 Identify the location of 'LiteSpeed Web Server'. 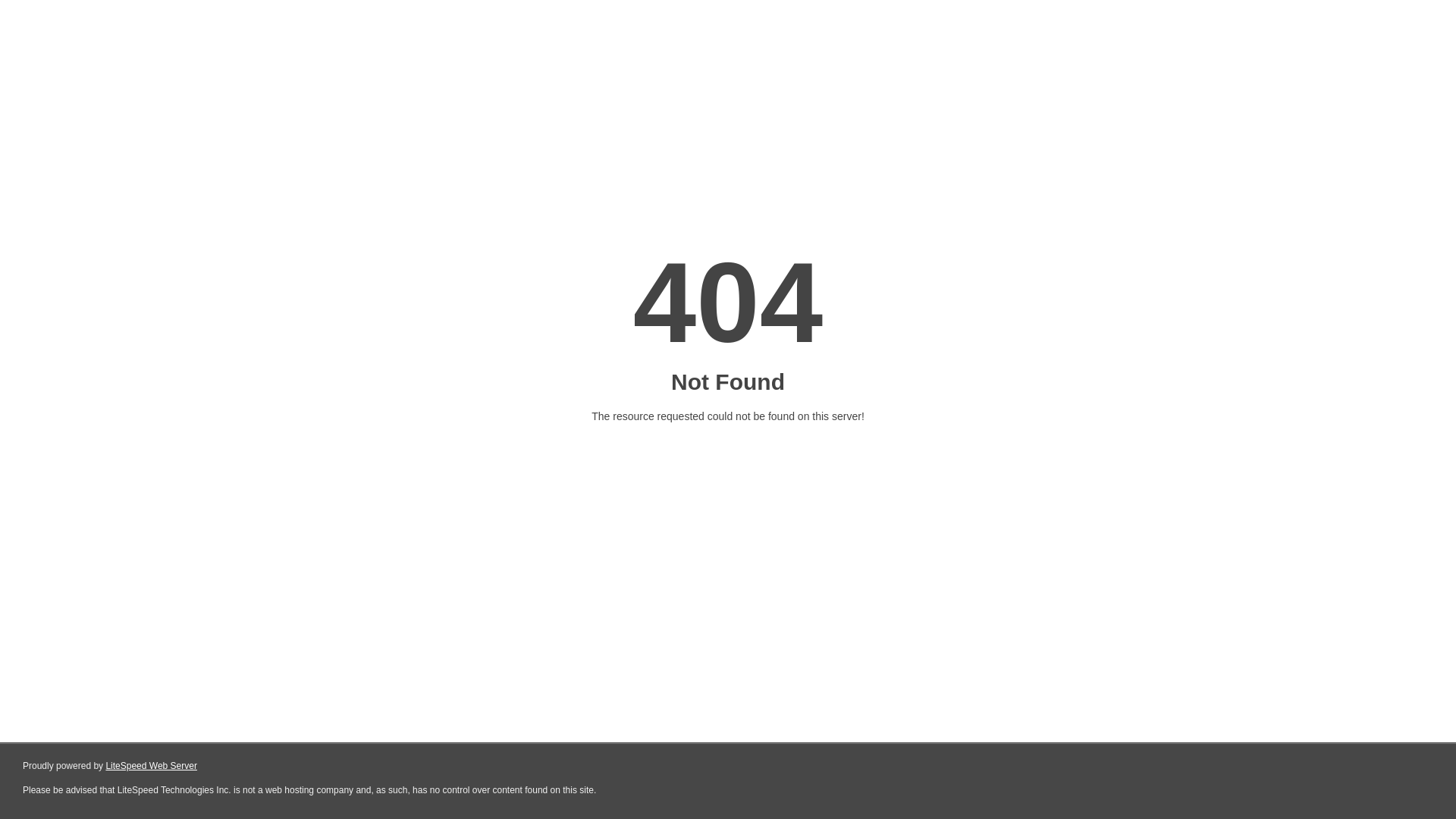
(151, 766).